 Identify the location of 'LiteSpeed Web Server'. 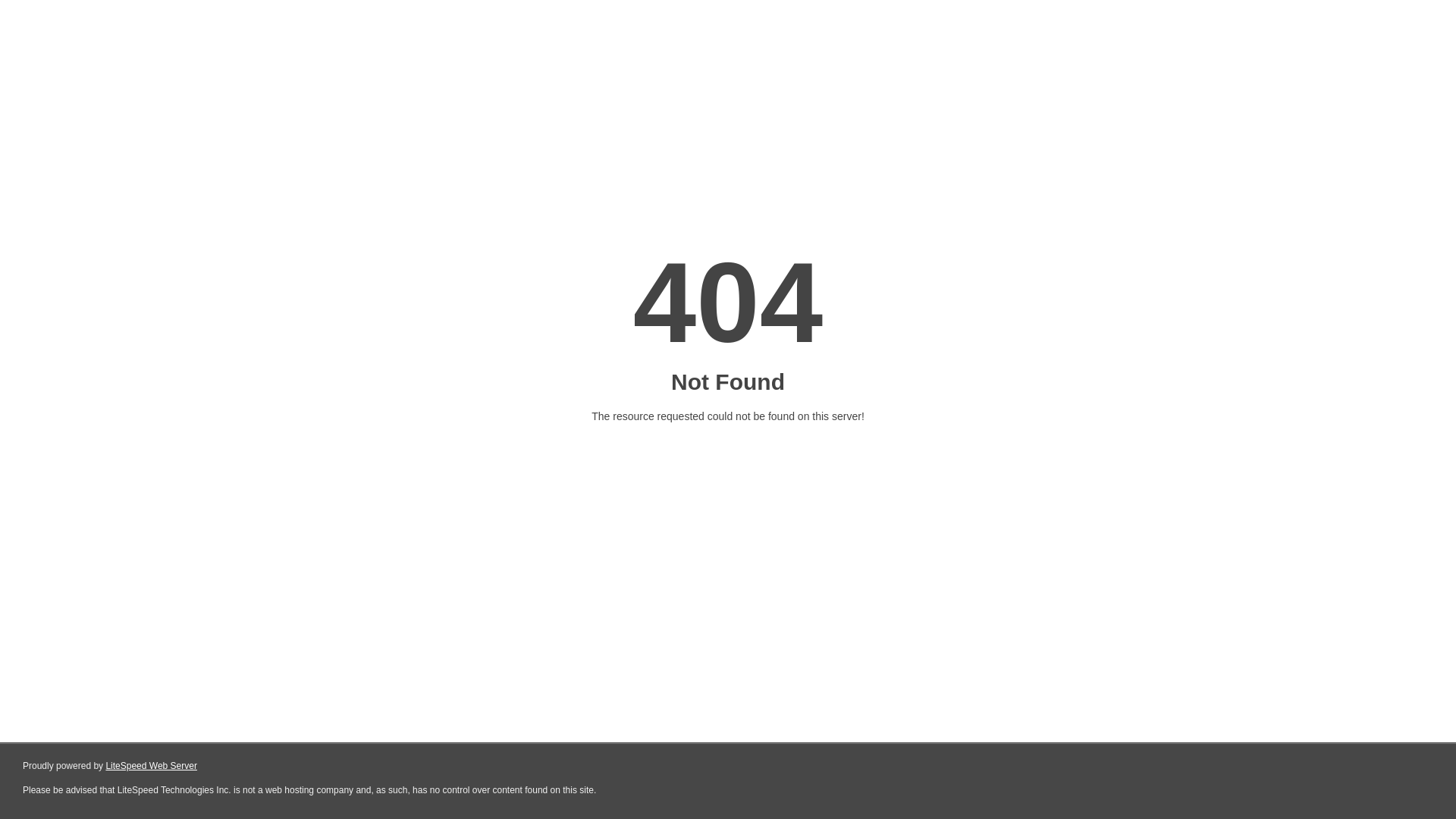
(151, 766).